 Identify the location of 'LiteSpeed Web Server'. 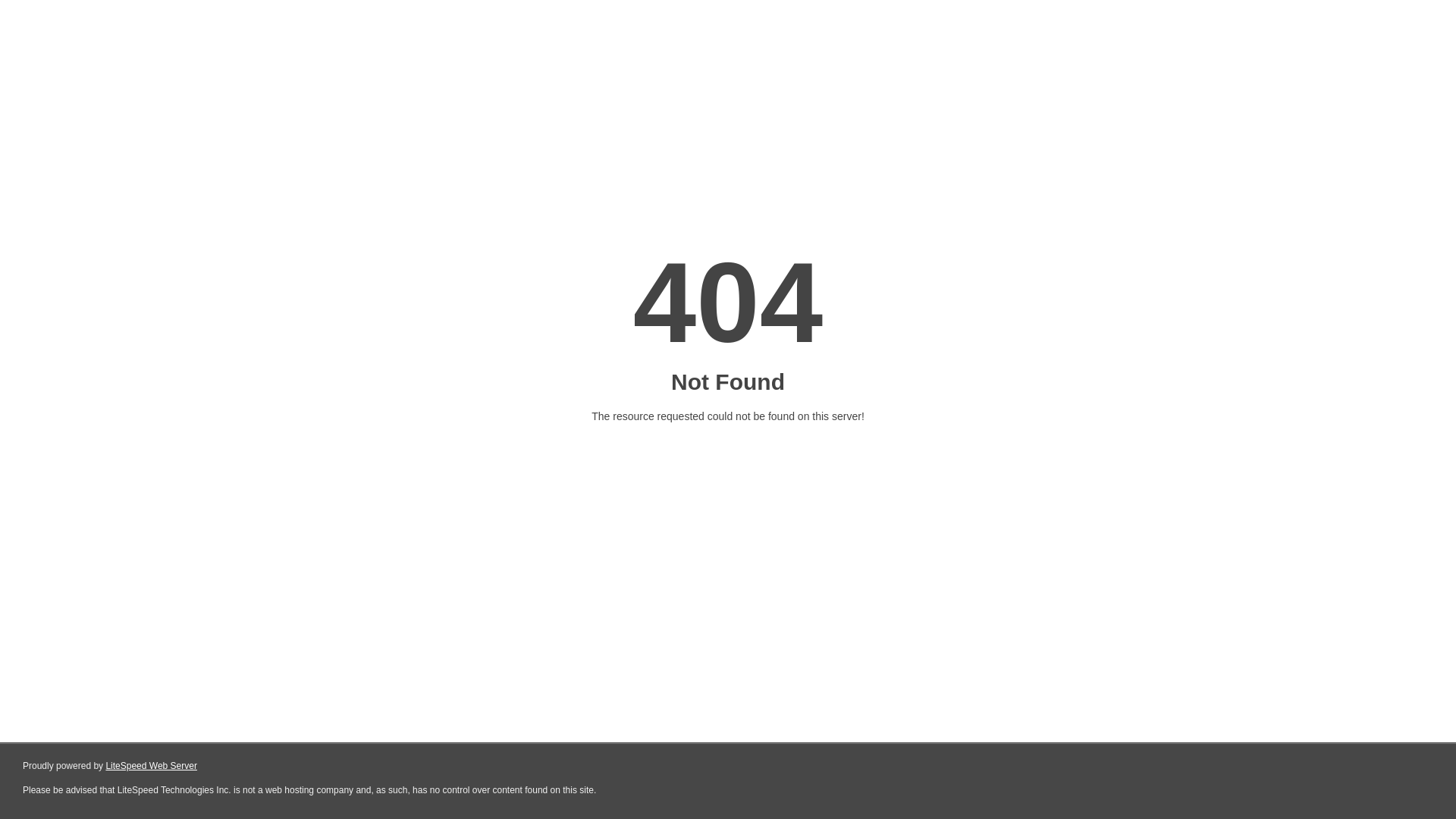
(151, 766).